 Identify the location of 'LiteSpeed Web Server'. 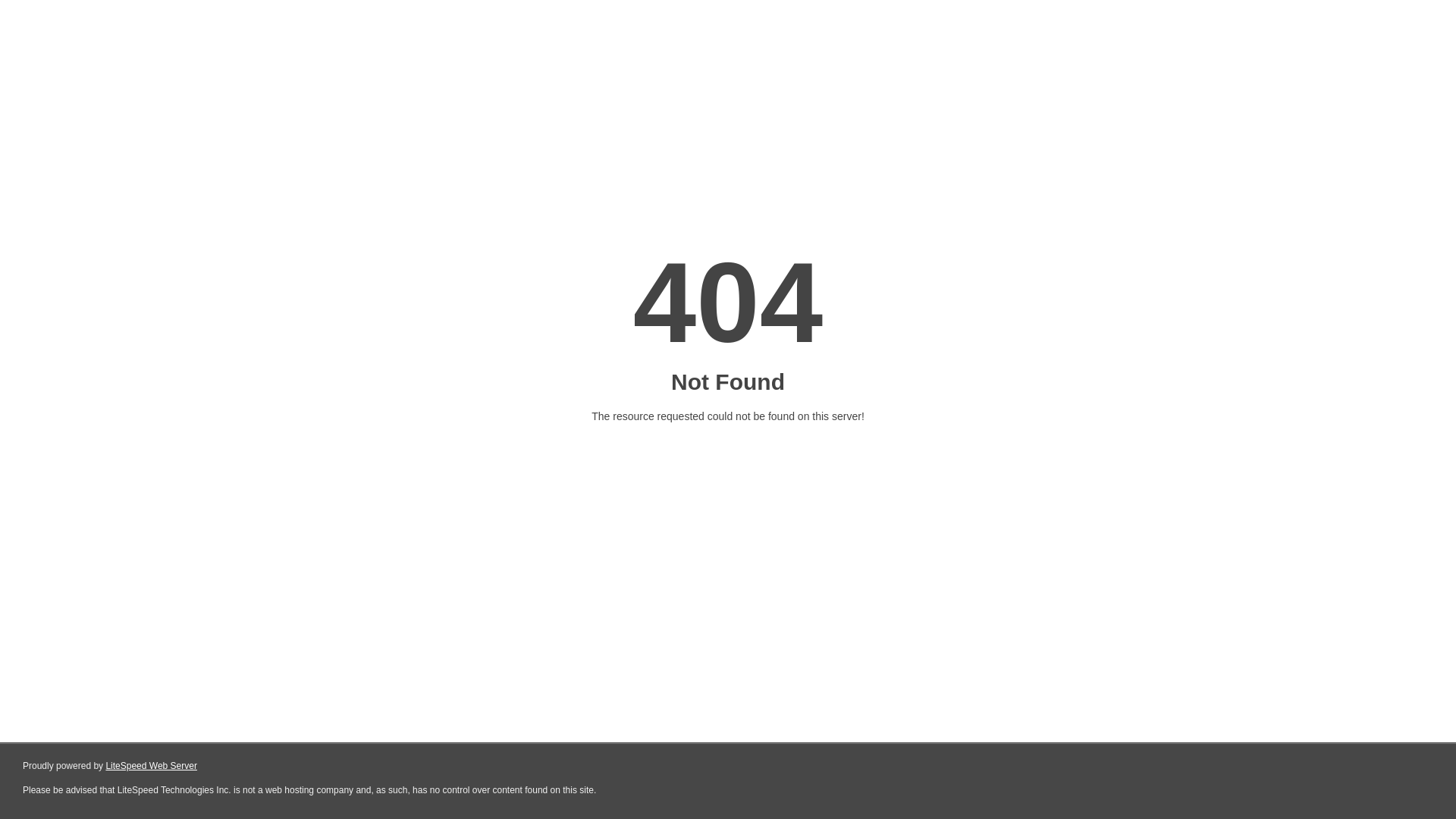
(151, 766).